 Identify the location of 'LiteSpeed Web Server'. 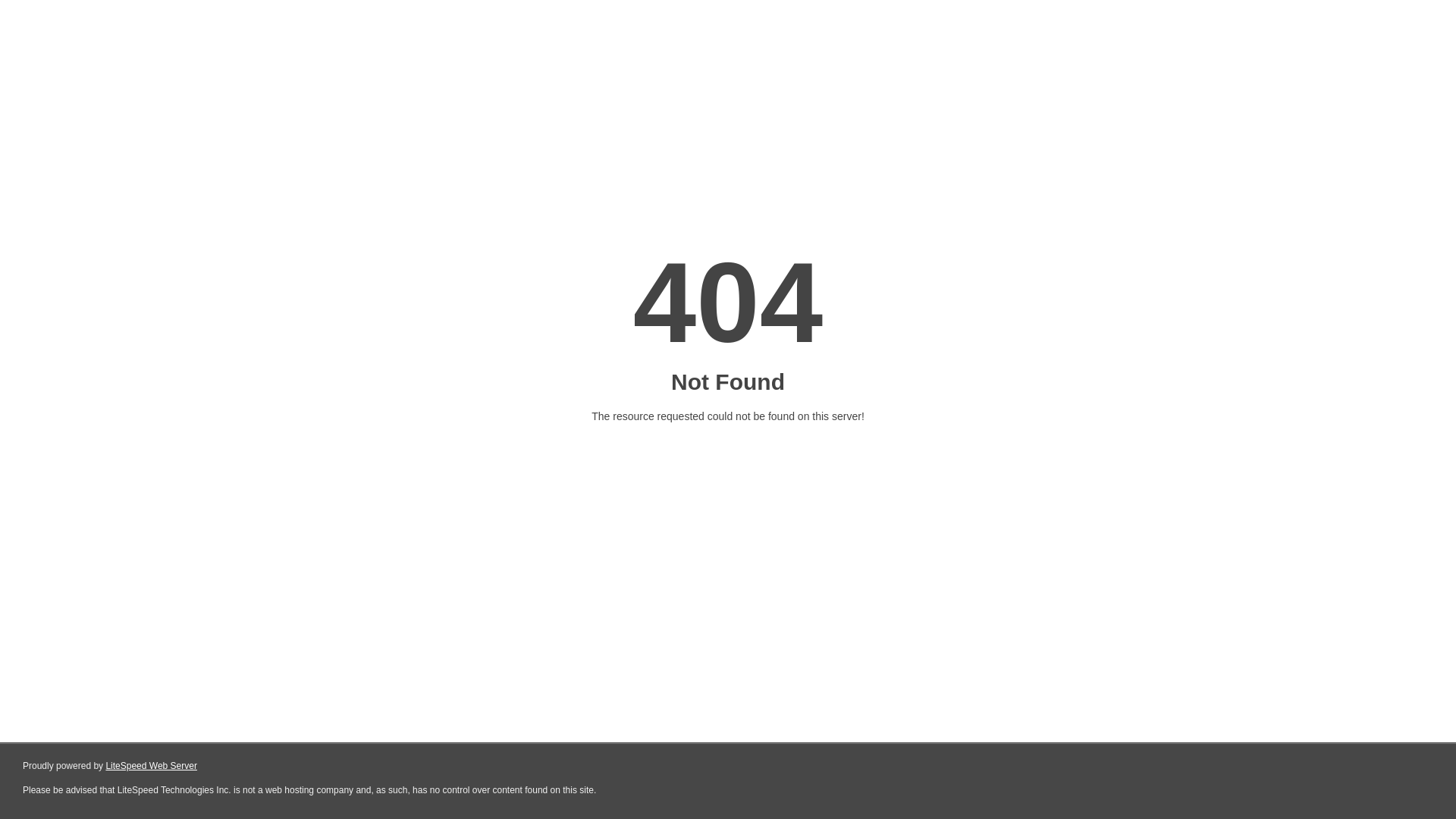
(151, 766).